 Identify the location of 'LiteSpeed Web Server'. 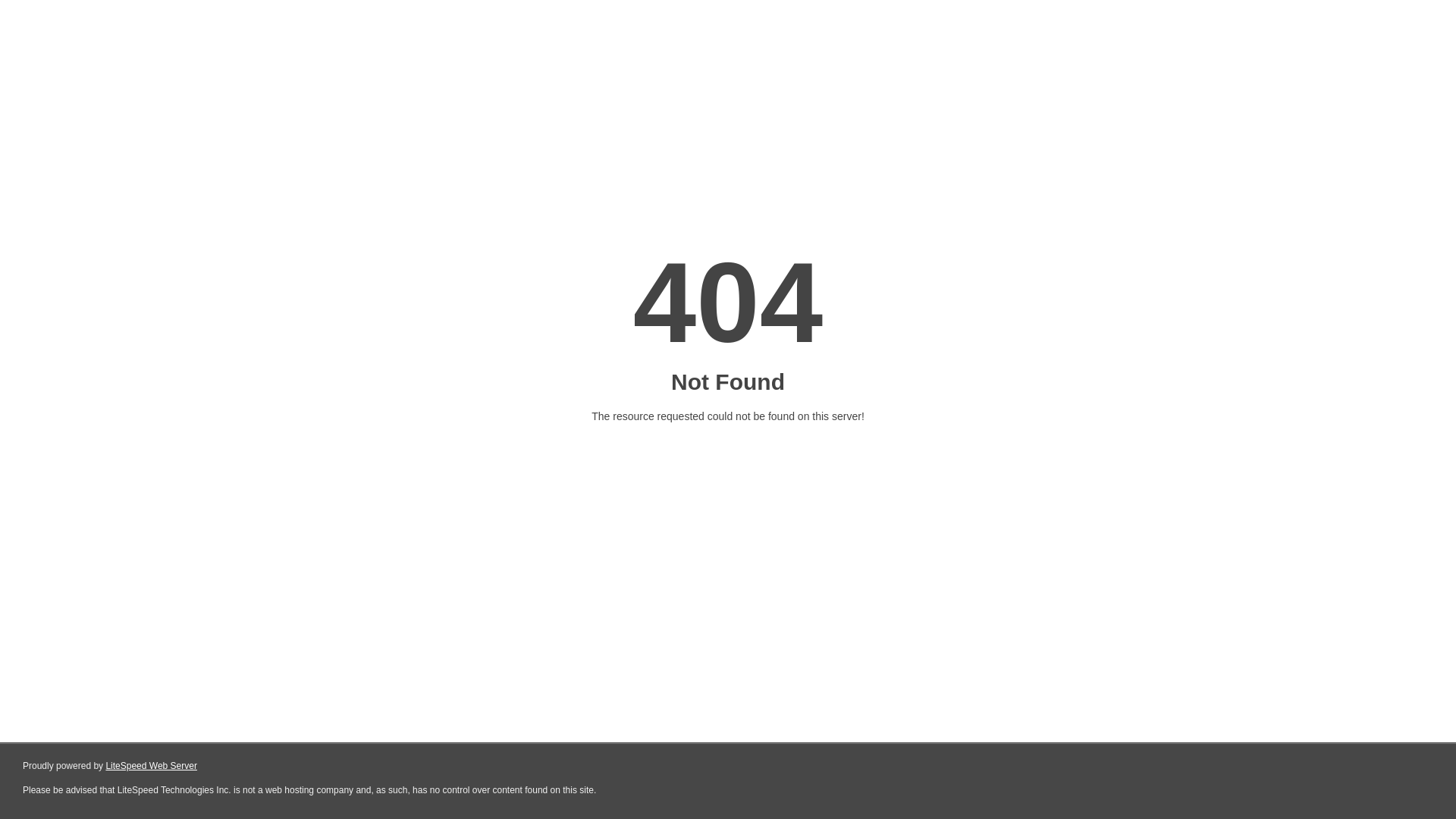
(151, 766).